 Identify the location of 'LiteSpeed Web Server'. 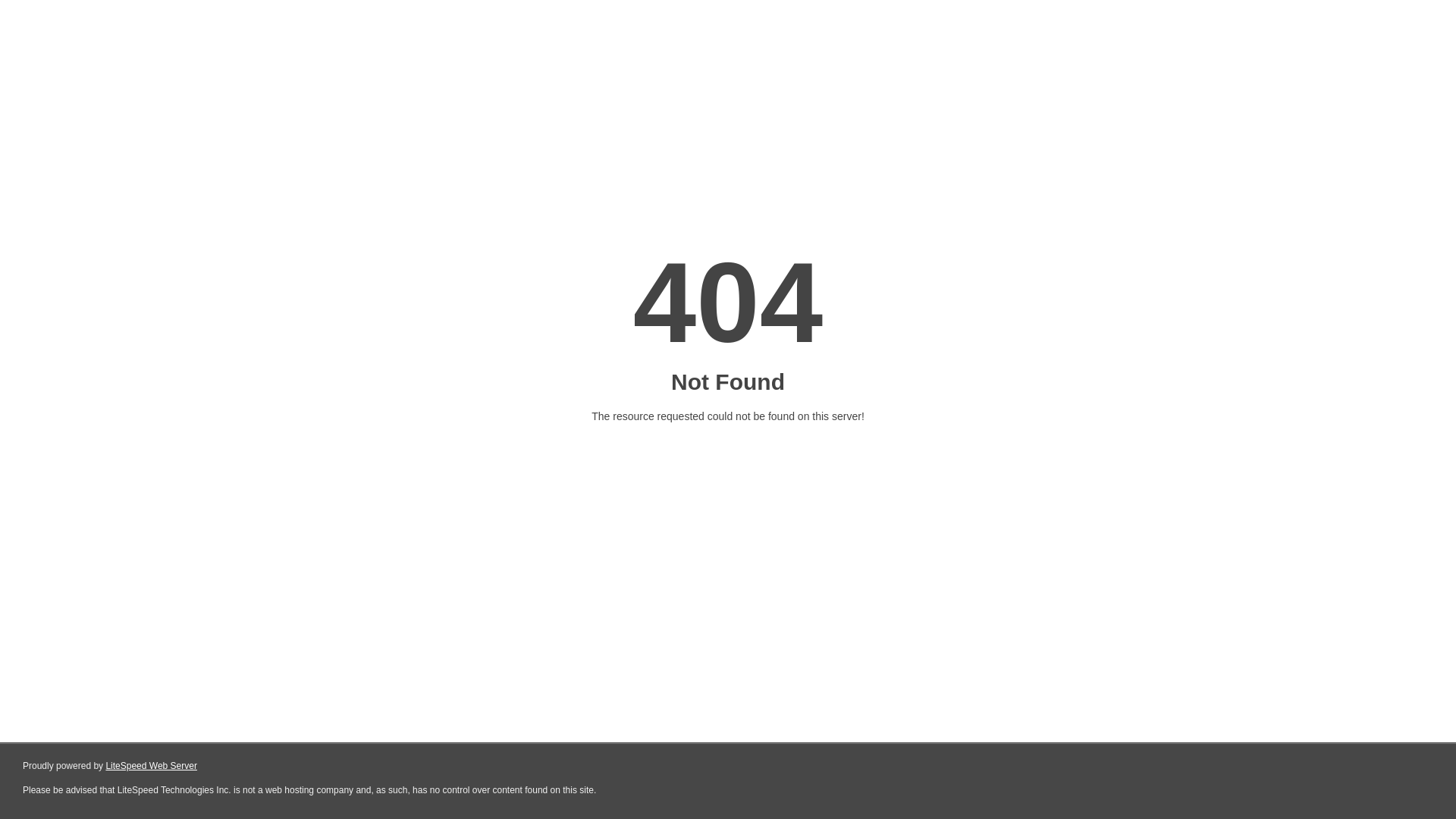
(151, 766).